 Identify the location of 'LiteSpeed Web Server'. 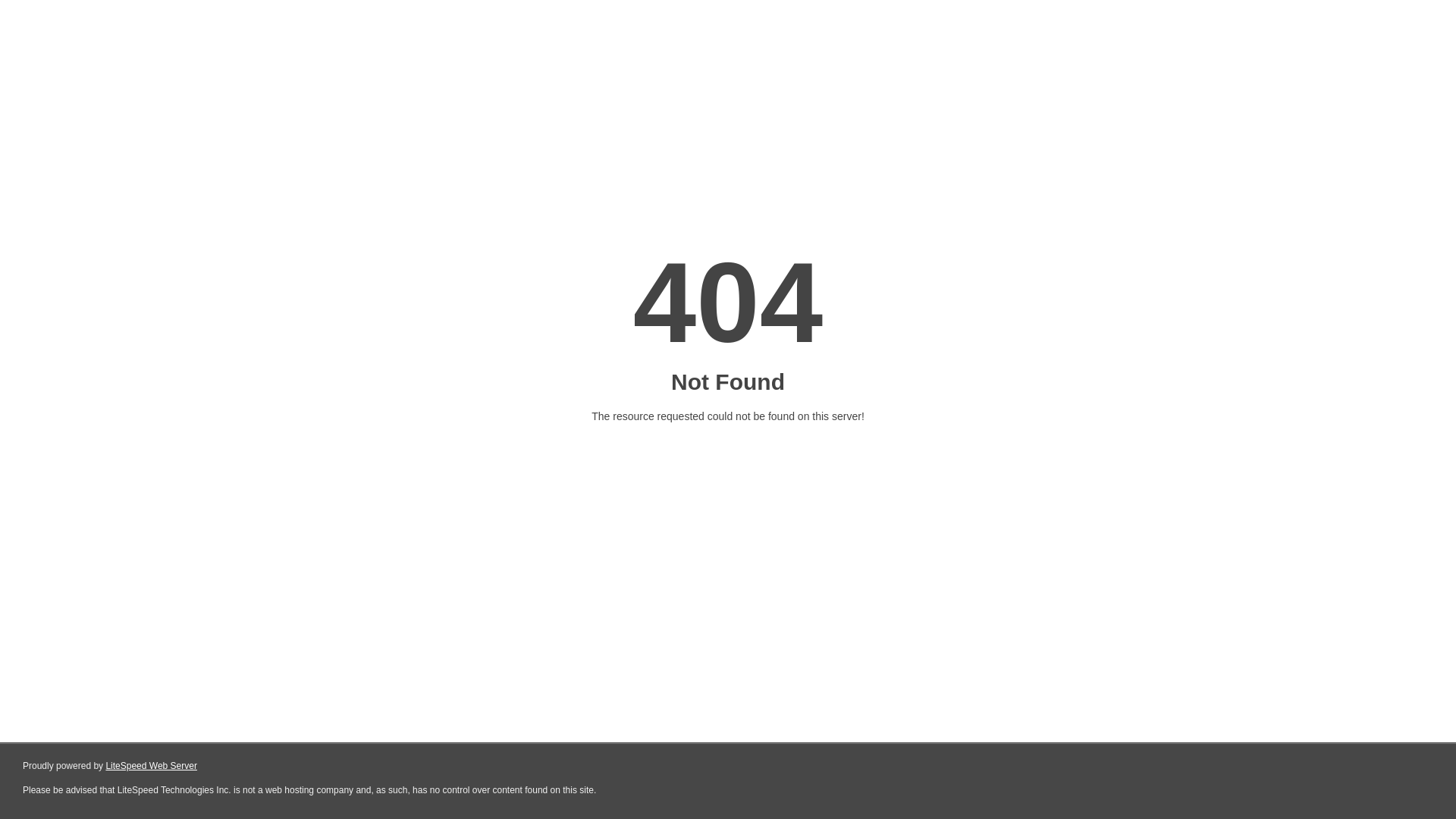
(151, 766).